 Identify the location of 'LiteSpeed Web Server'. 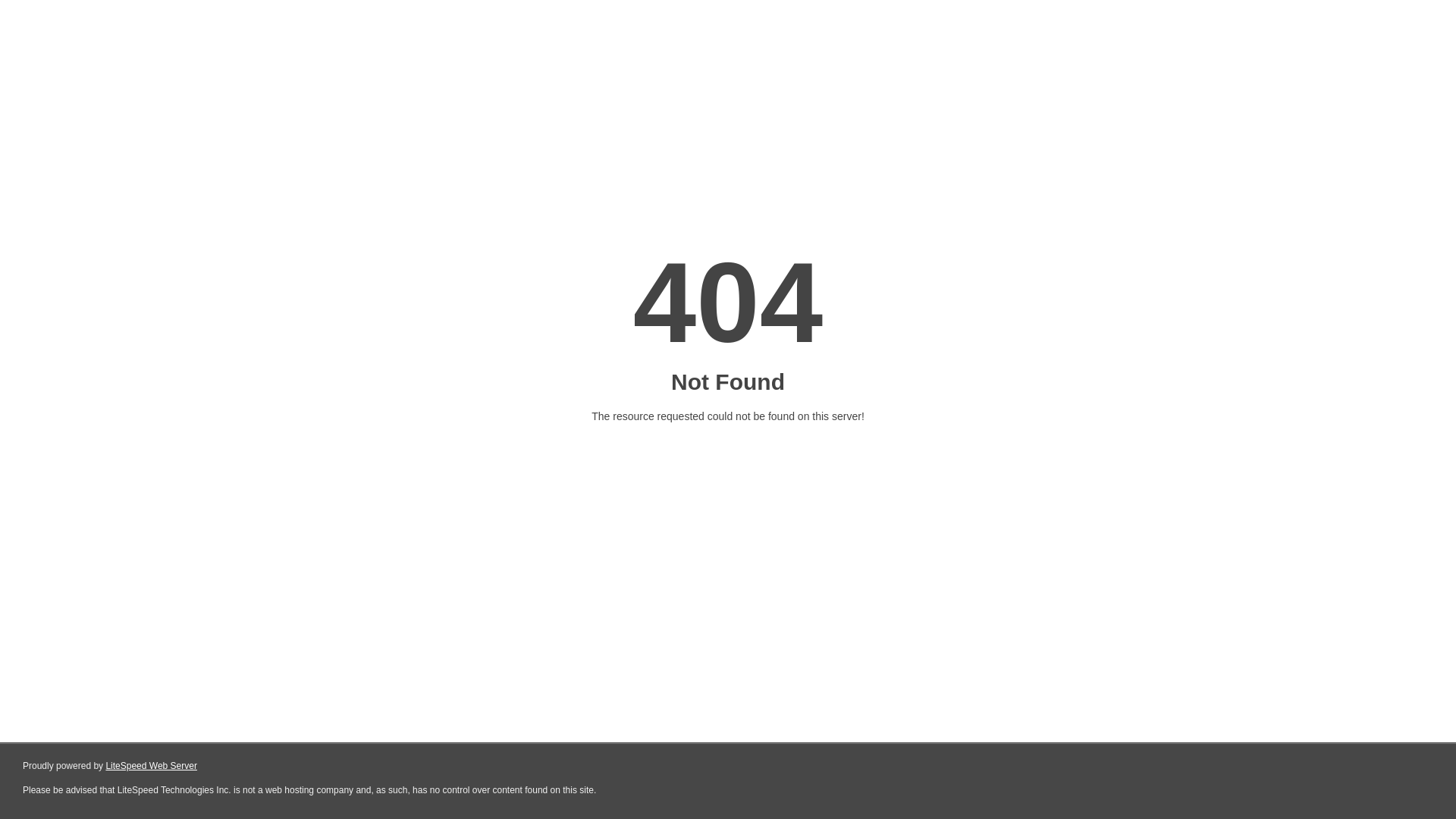
(151, 766).